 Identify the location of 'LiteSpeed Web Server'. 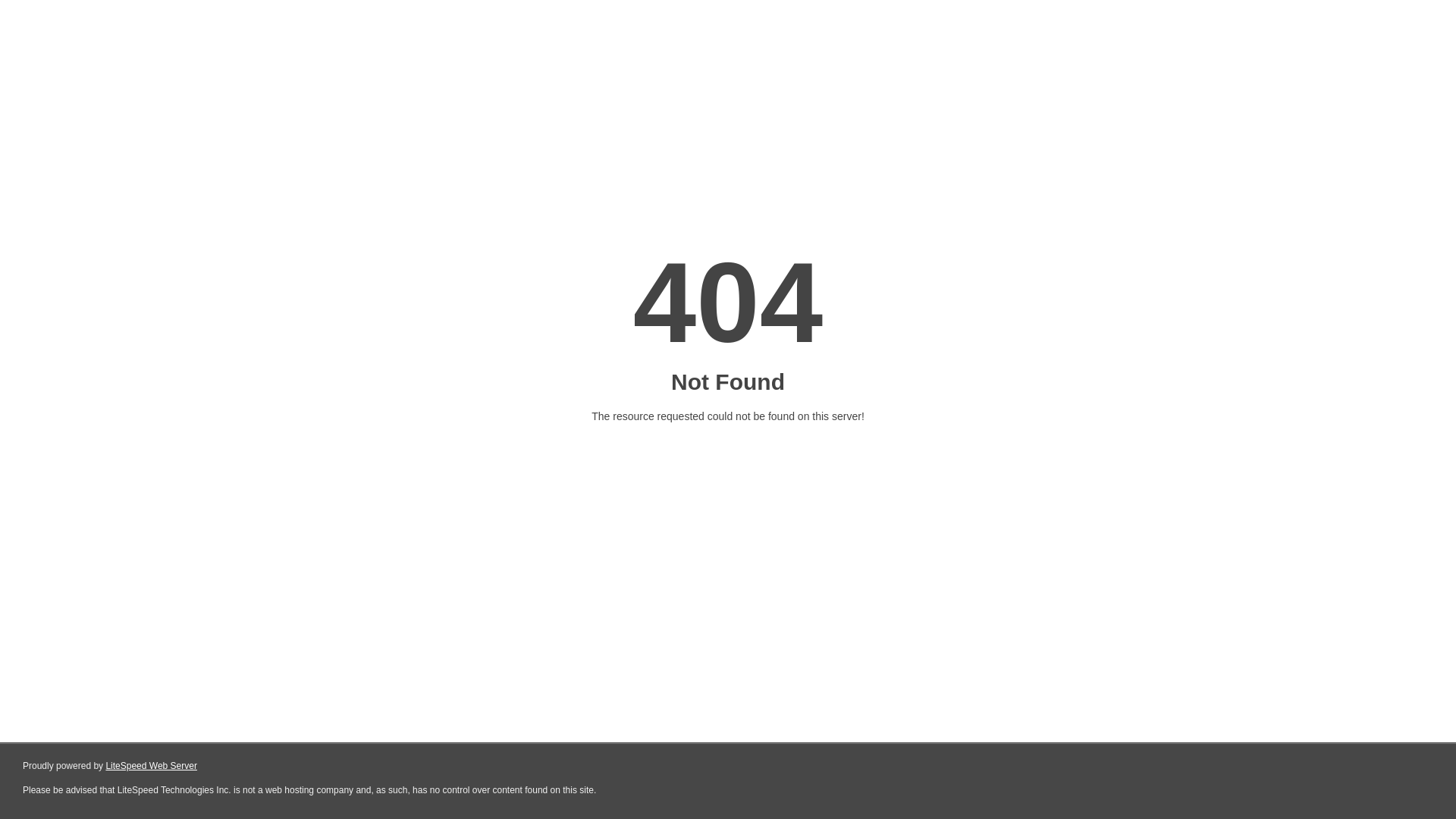
(151, 766).